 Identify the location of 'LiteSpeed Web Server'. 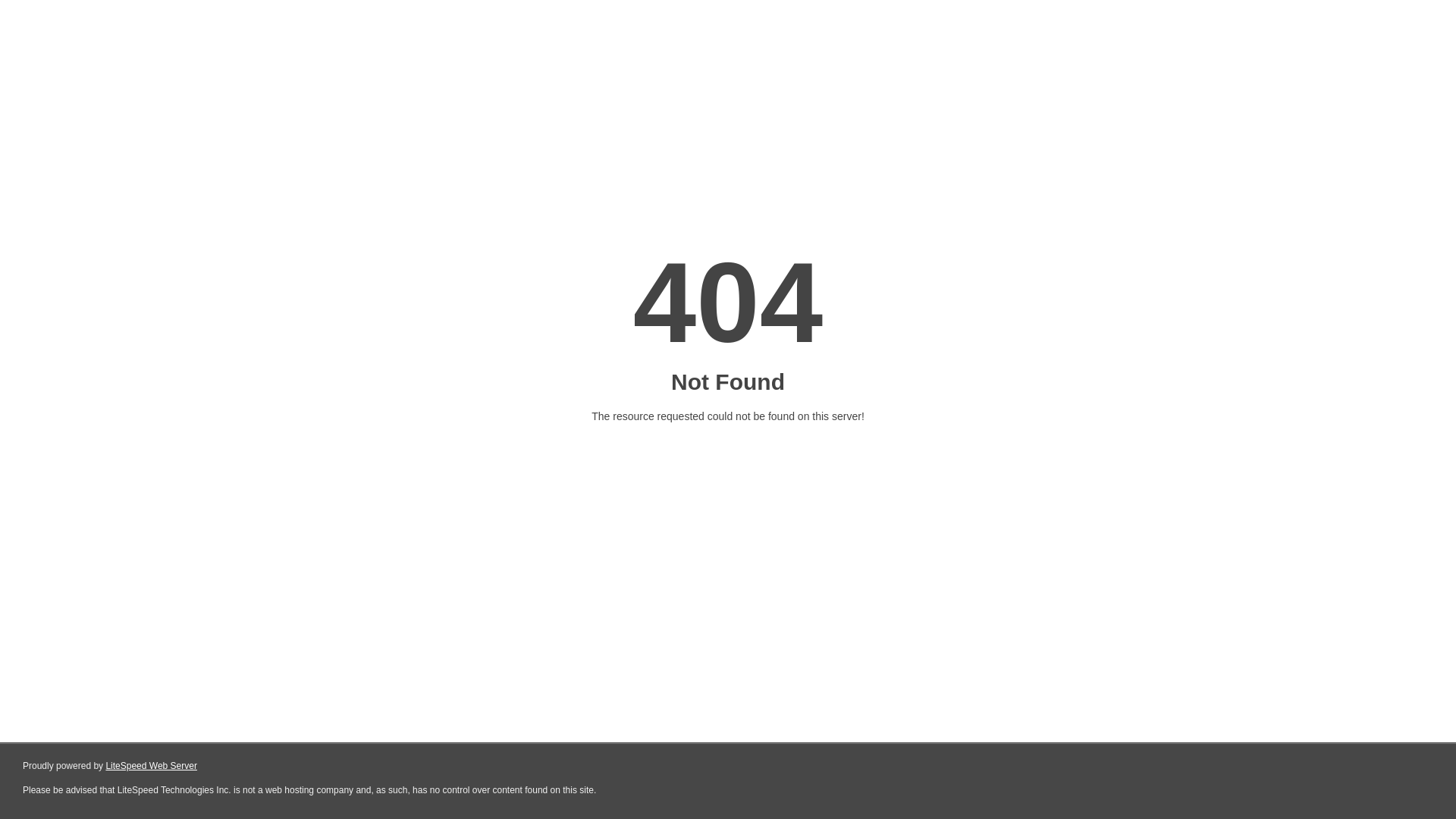
(151, 766).